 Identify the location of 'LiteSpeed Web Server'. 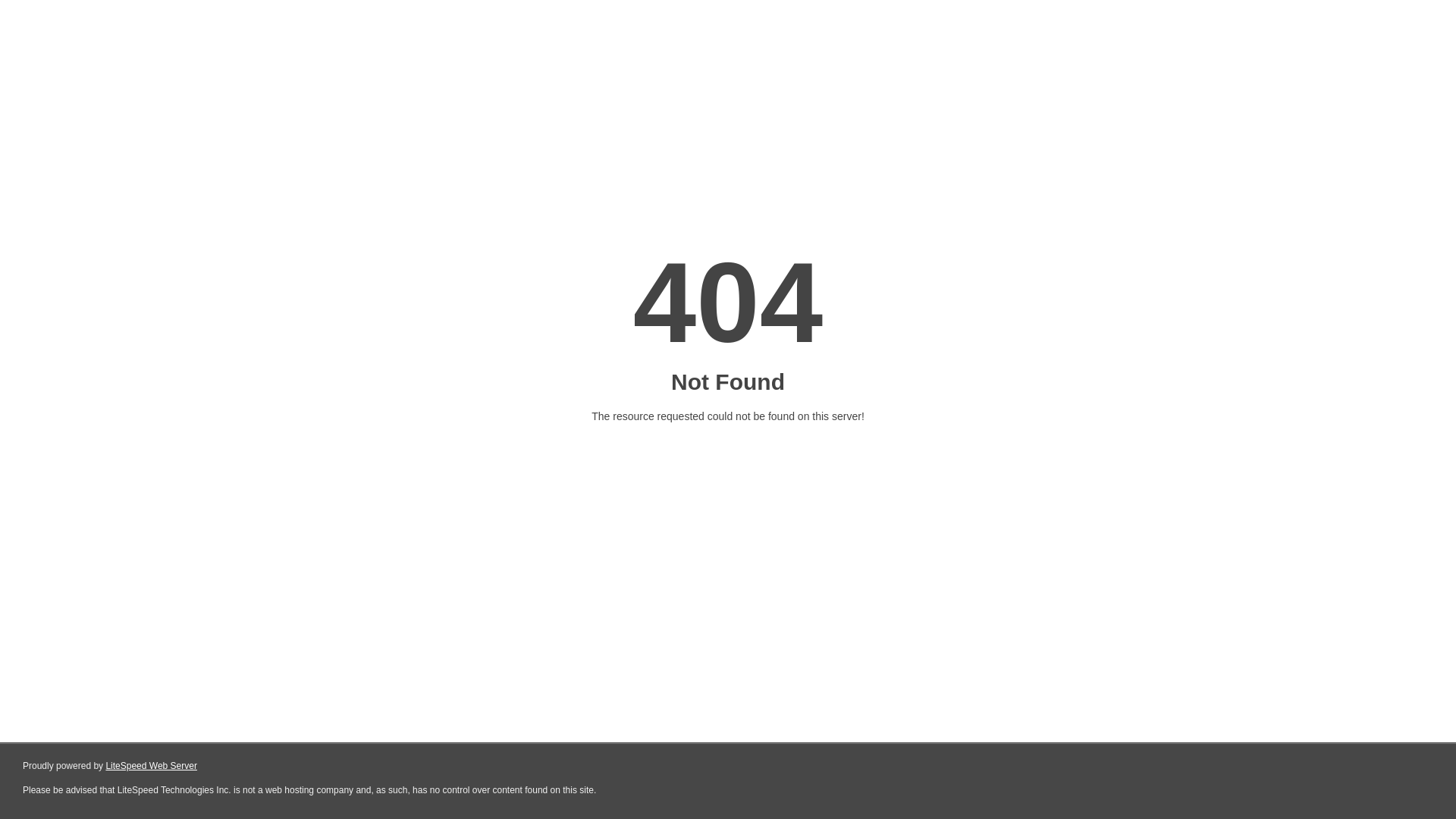
(151, 766).